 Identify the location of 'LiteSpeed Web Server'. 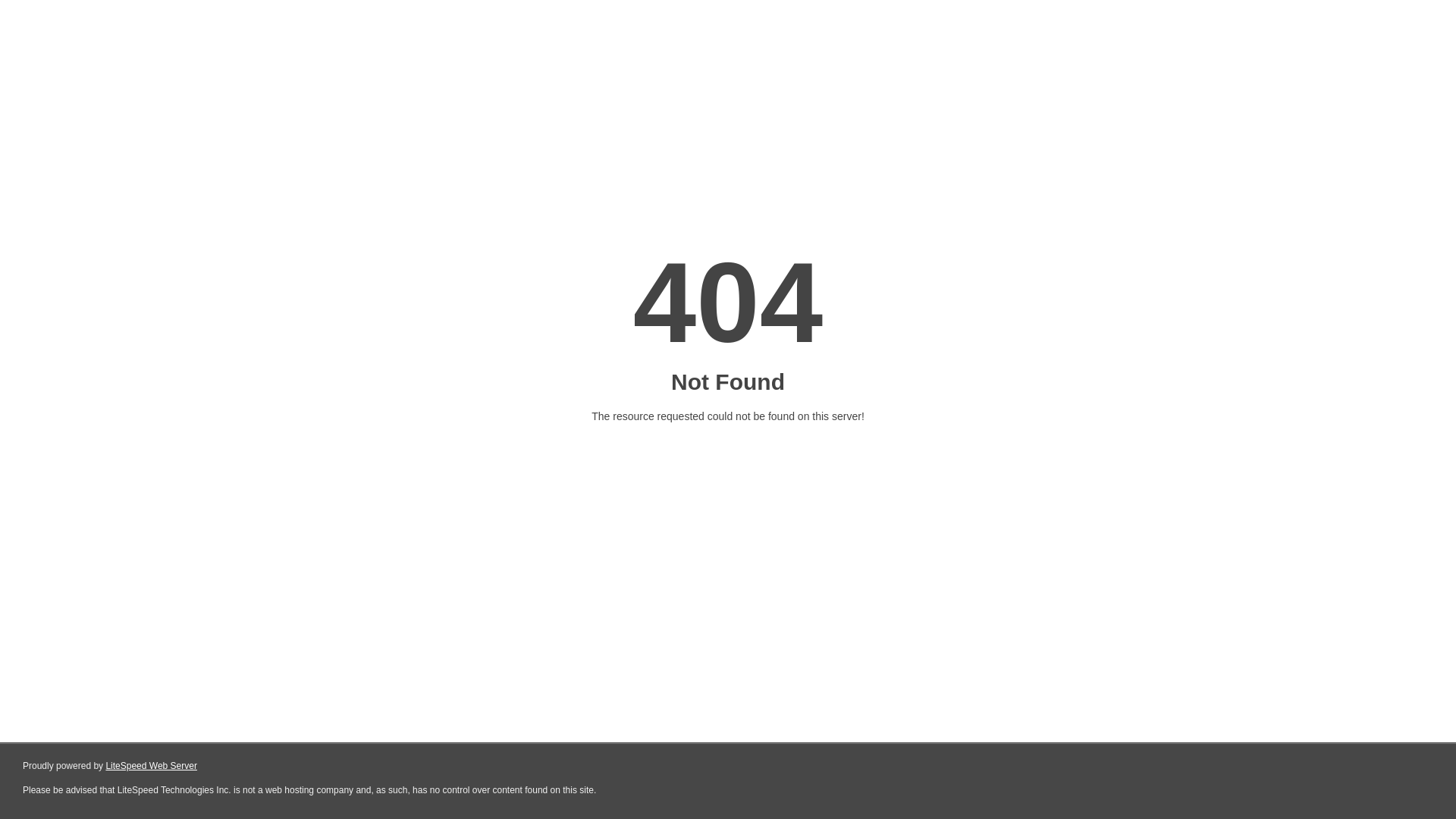
(151, 766).